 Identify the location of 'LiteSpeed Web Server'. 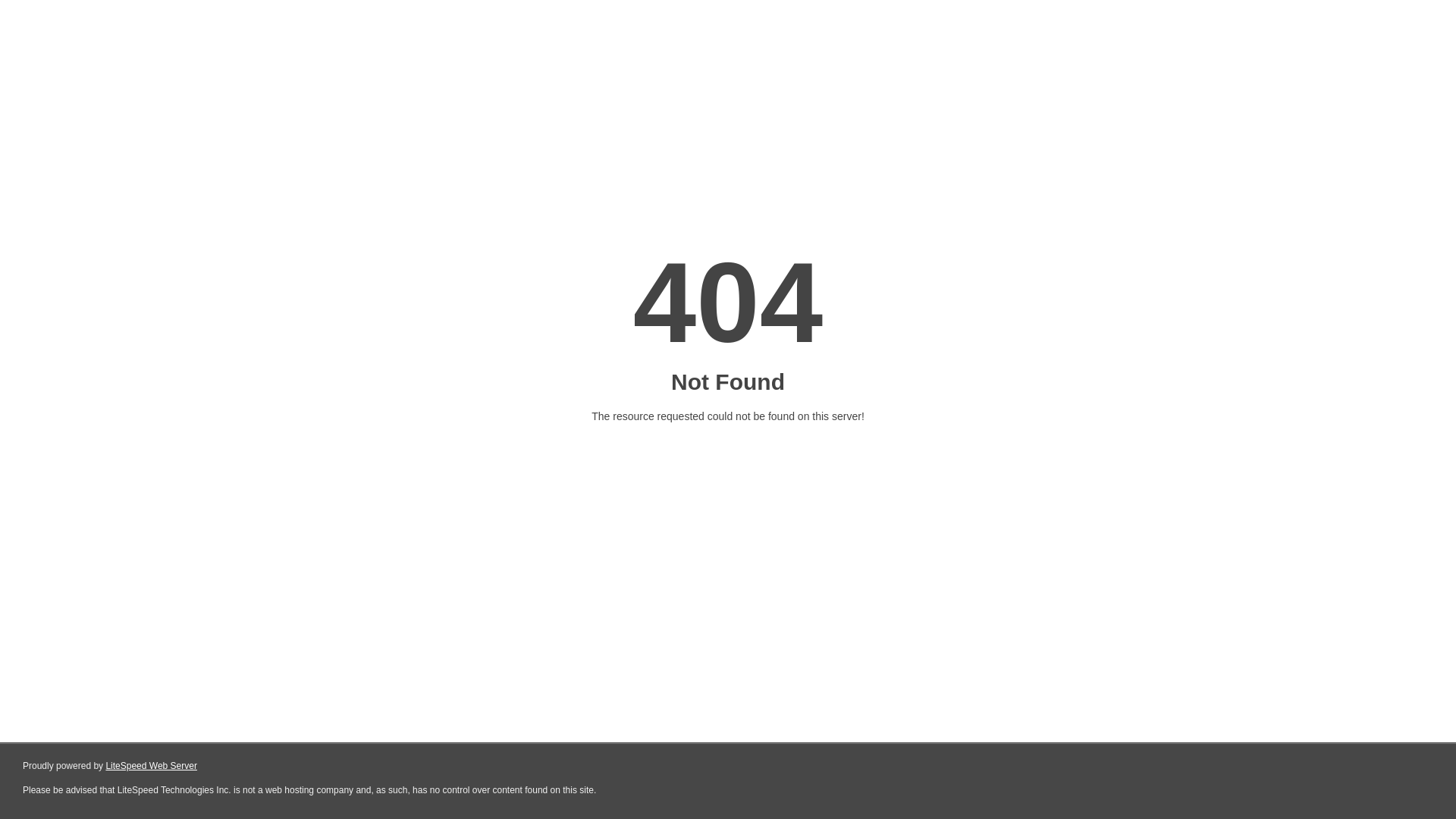
(151, 766).